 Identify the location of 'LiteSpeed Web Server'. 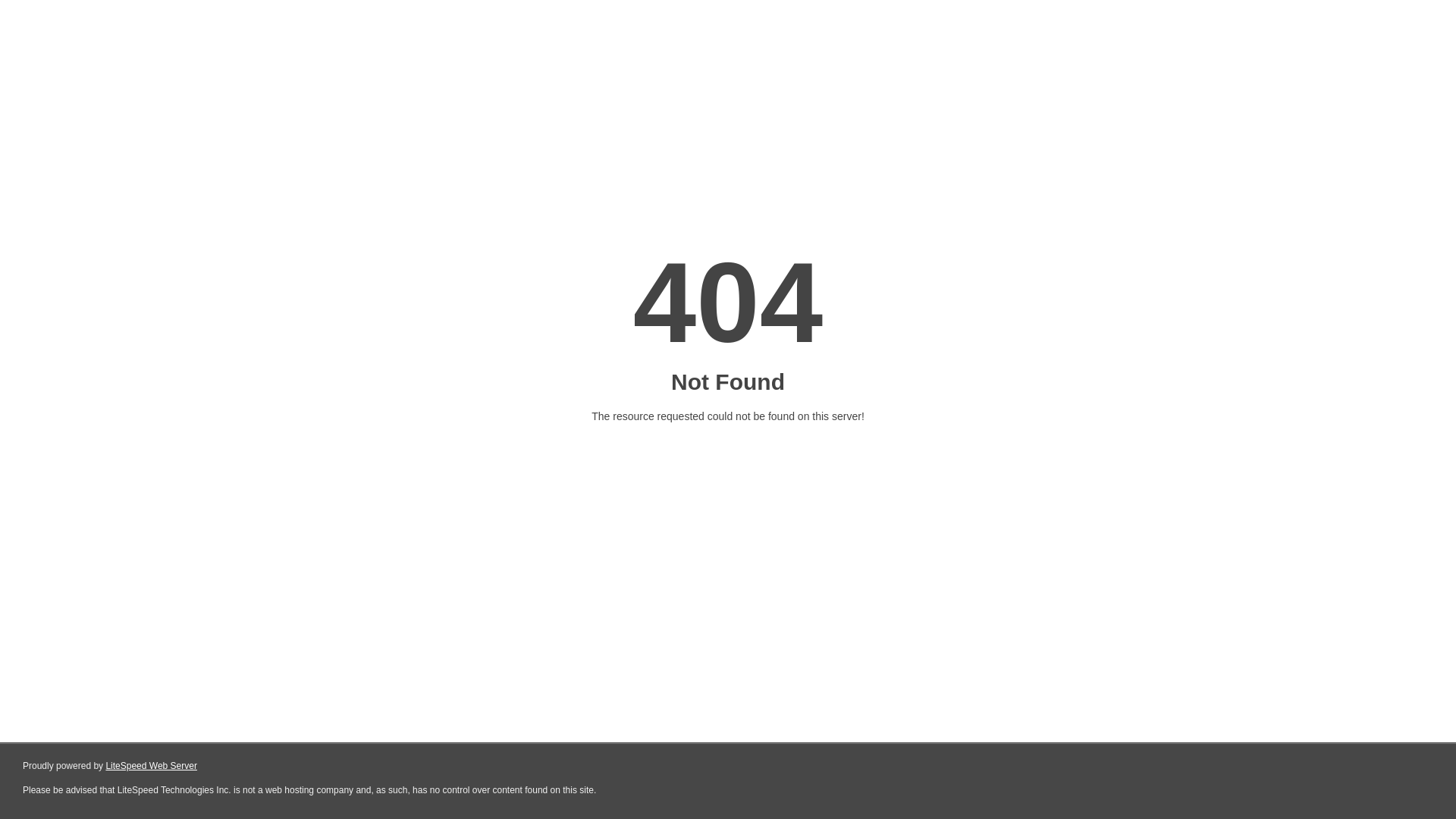
(151, 766).